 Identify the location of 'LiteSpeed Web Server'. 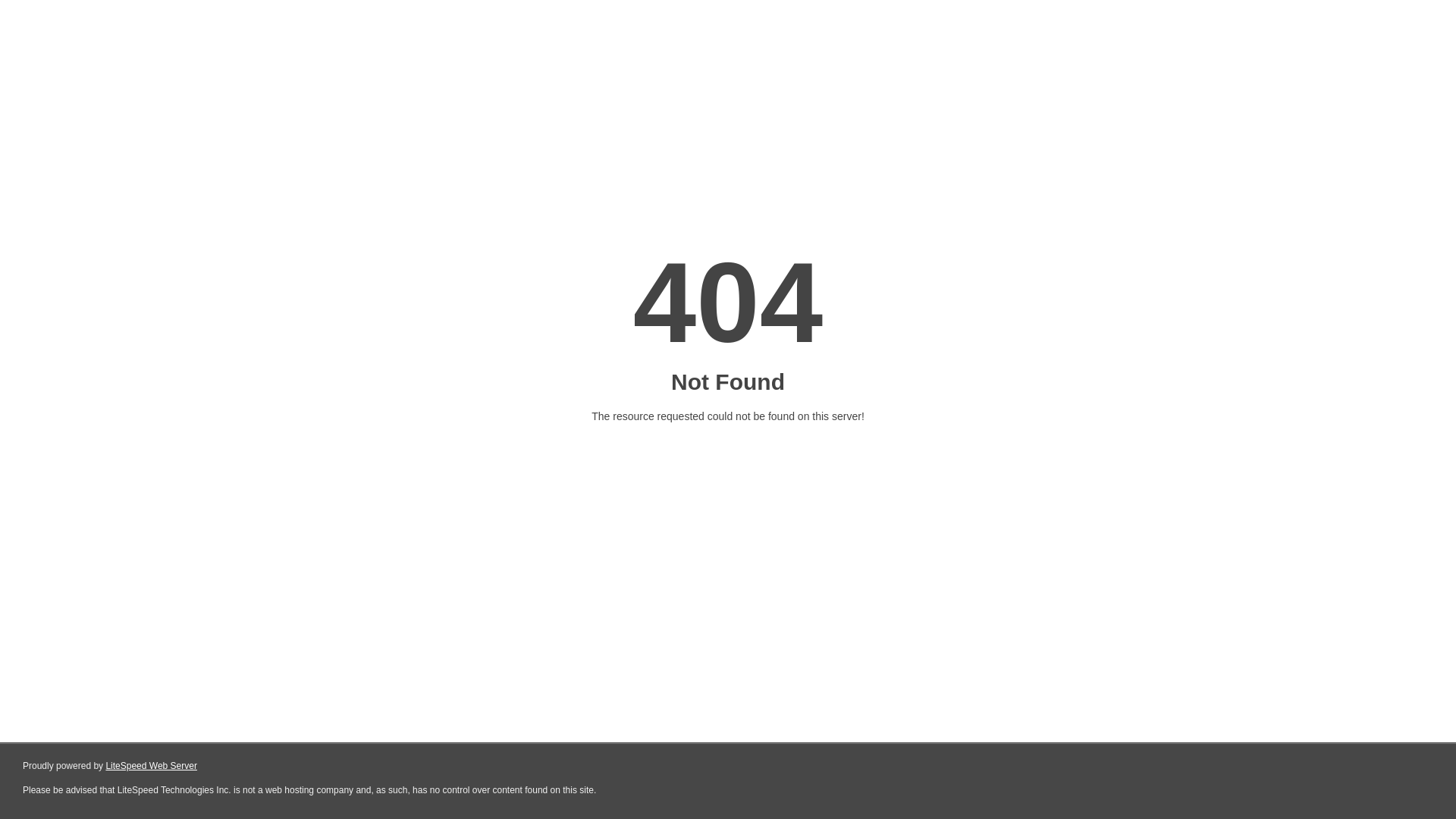
(151, 766).